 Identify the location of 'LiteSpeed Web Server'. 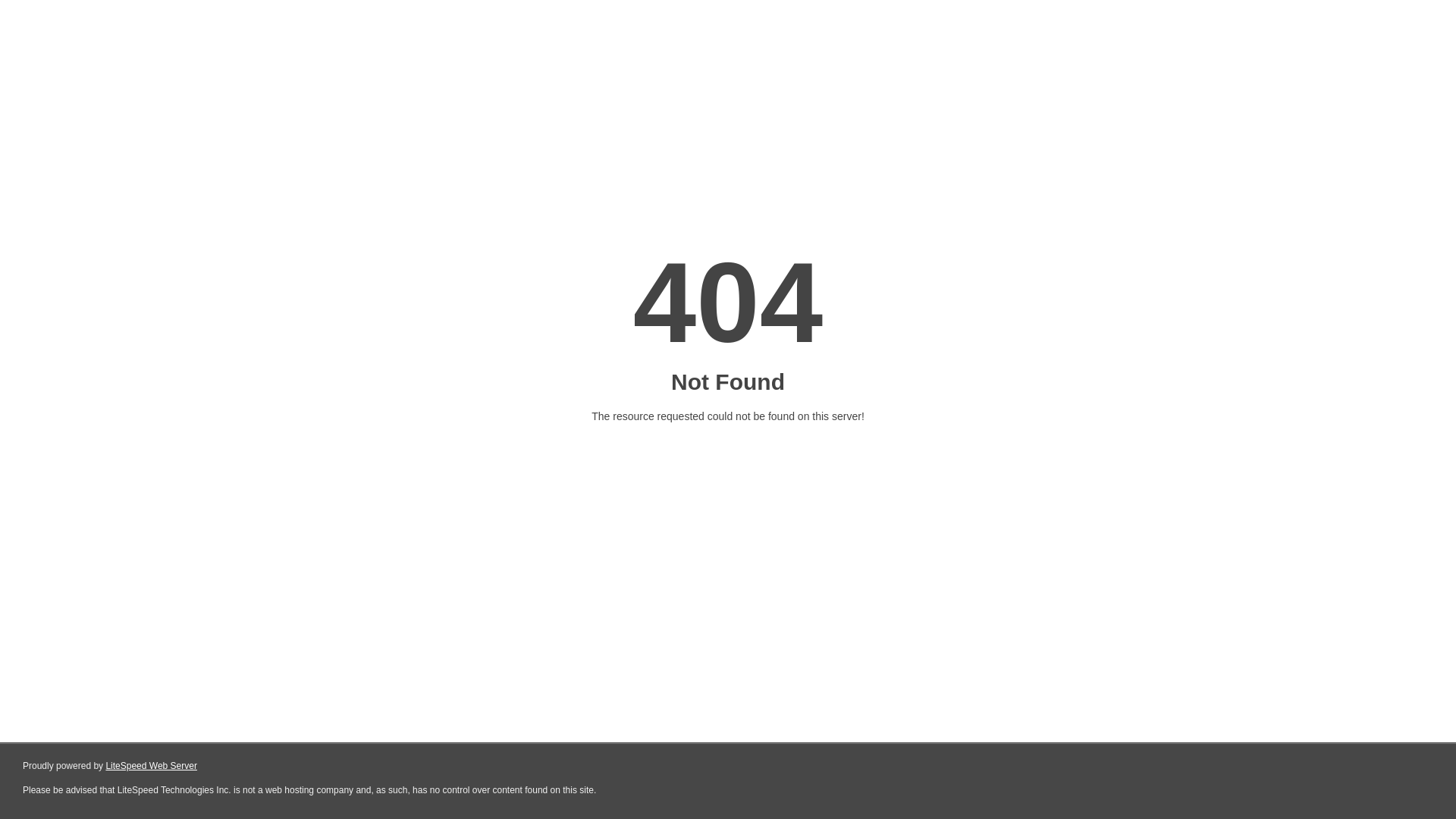
(151, 766).